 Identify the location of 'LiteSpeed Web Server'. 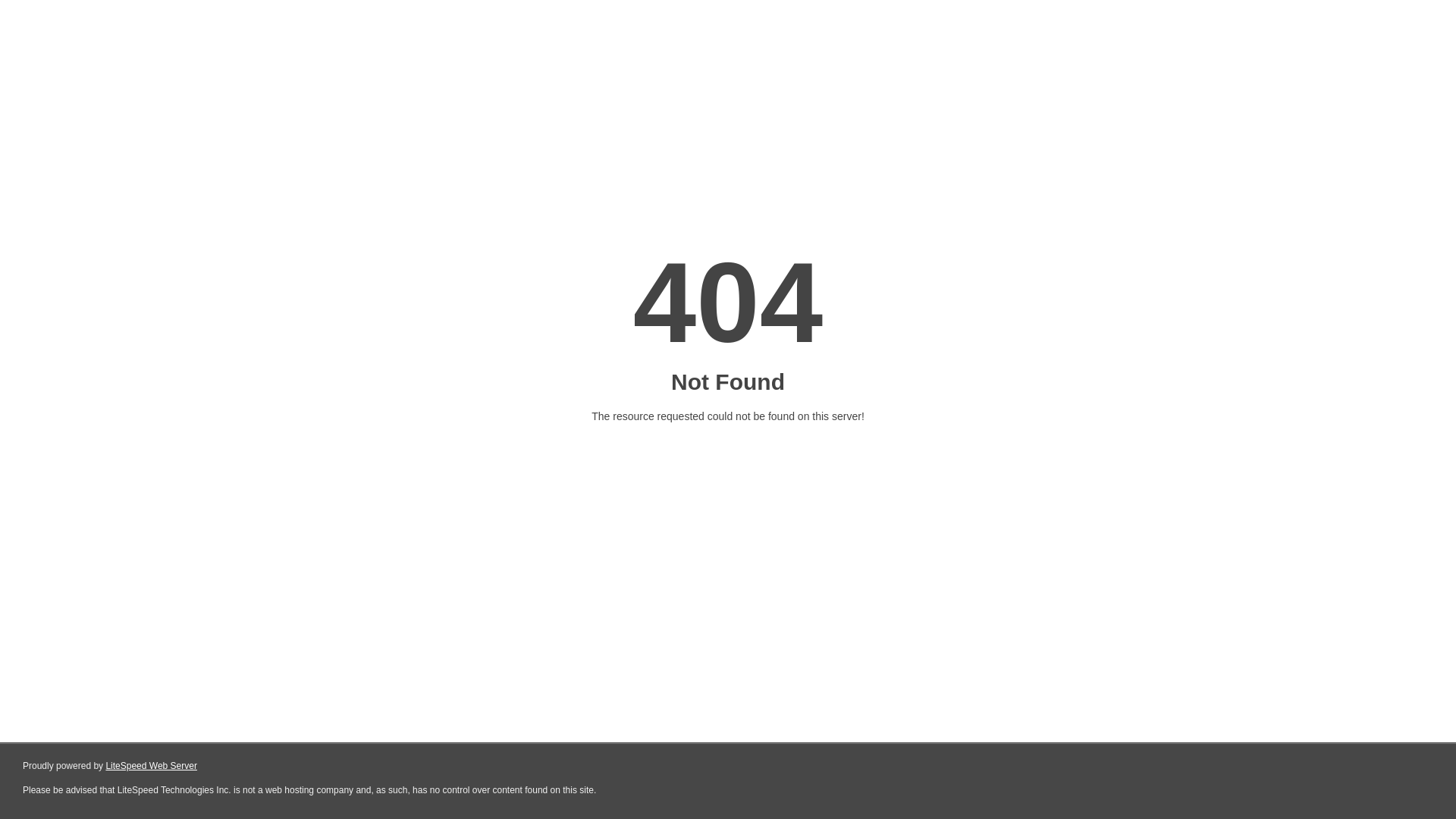
(151, 766).